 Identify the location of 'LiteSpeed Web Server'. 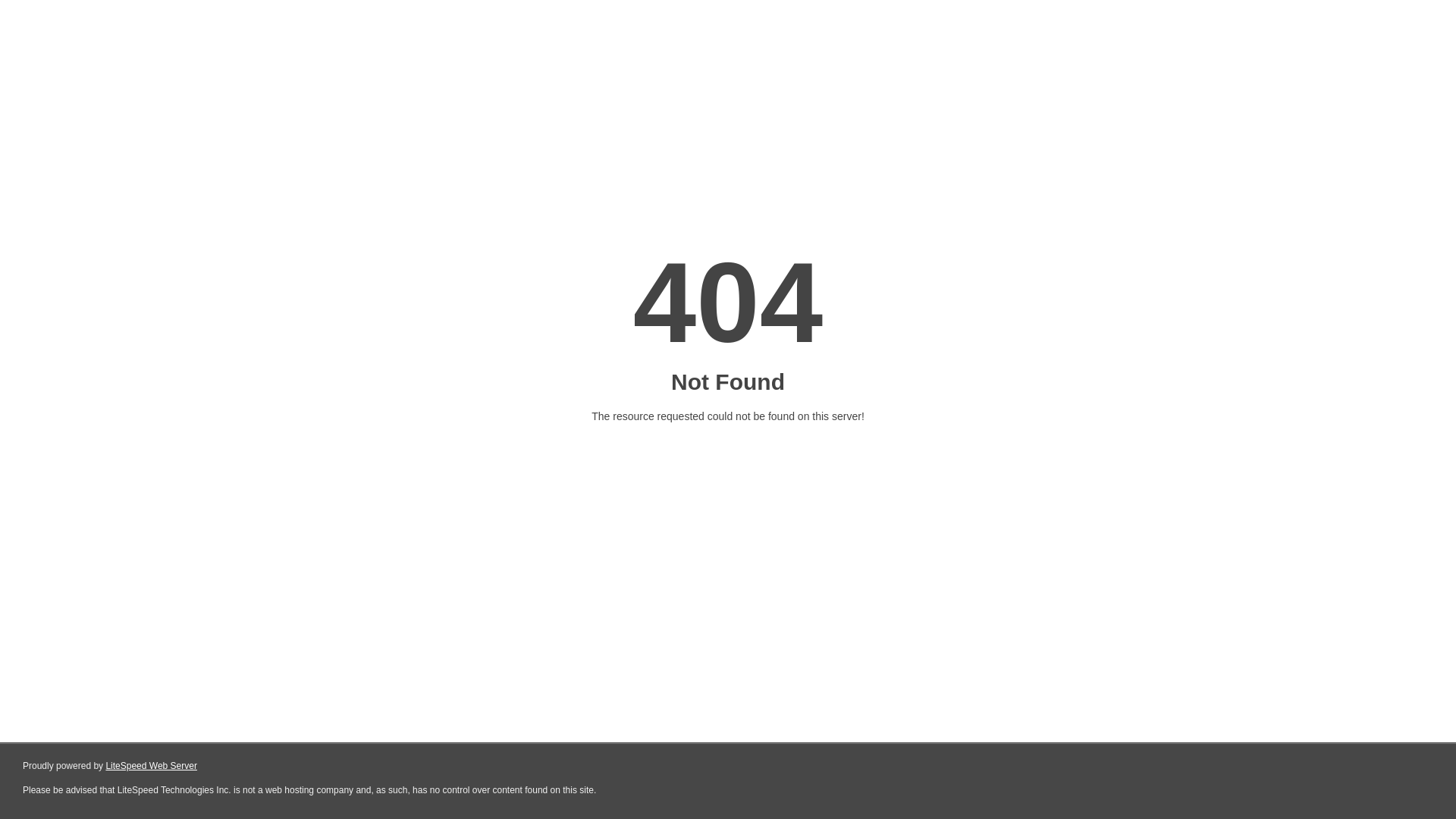
(151, 766).